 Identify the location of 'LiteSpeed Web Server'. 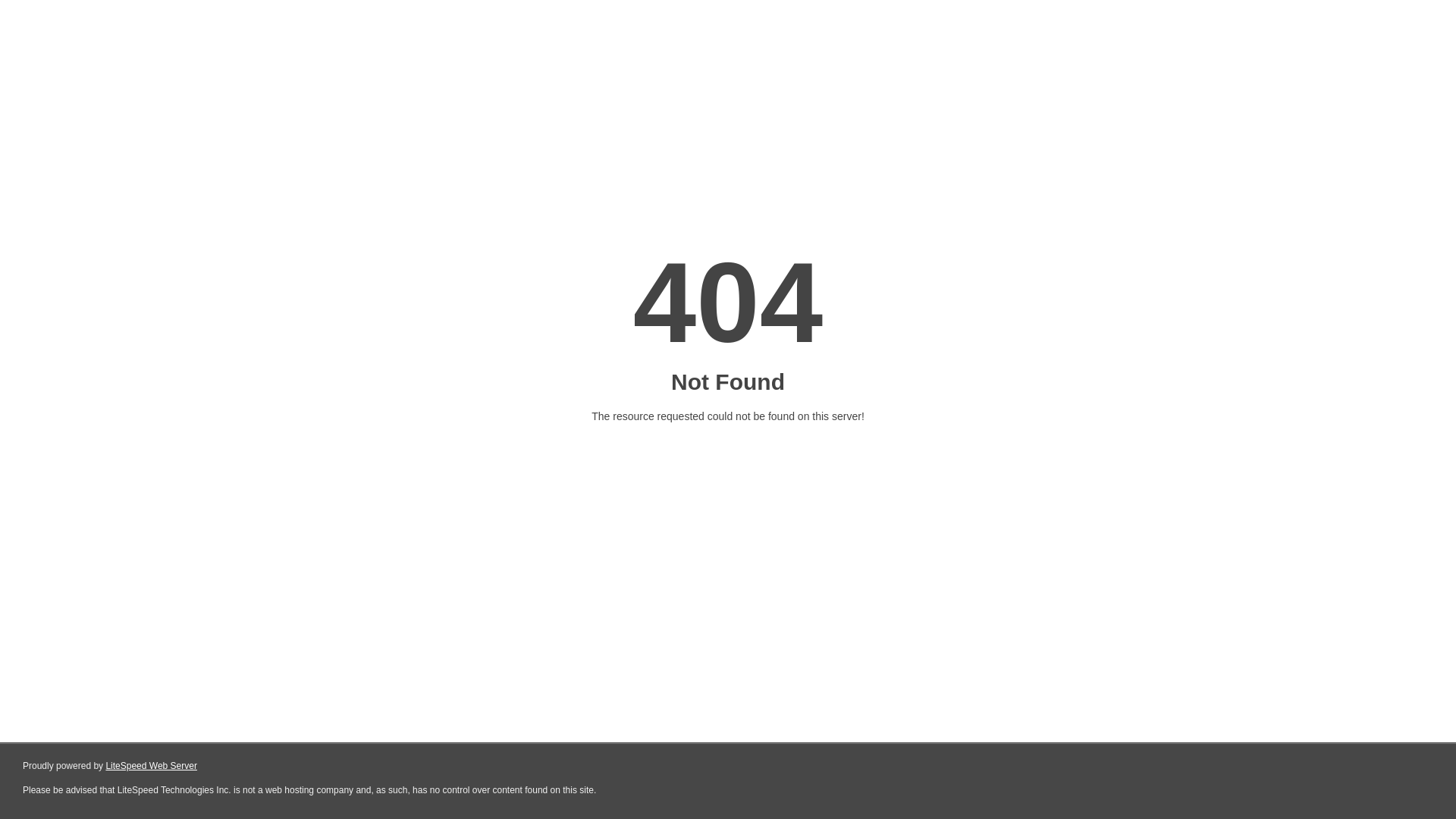
(151, 766).